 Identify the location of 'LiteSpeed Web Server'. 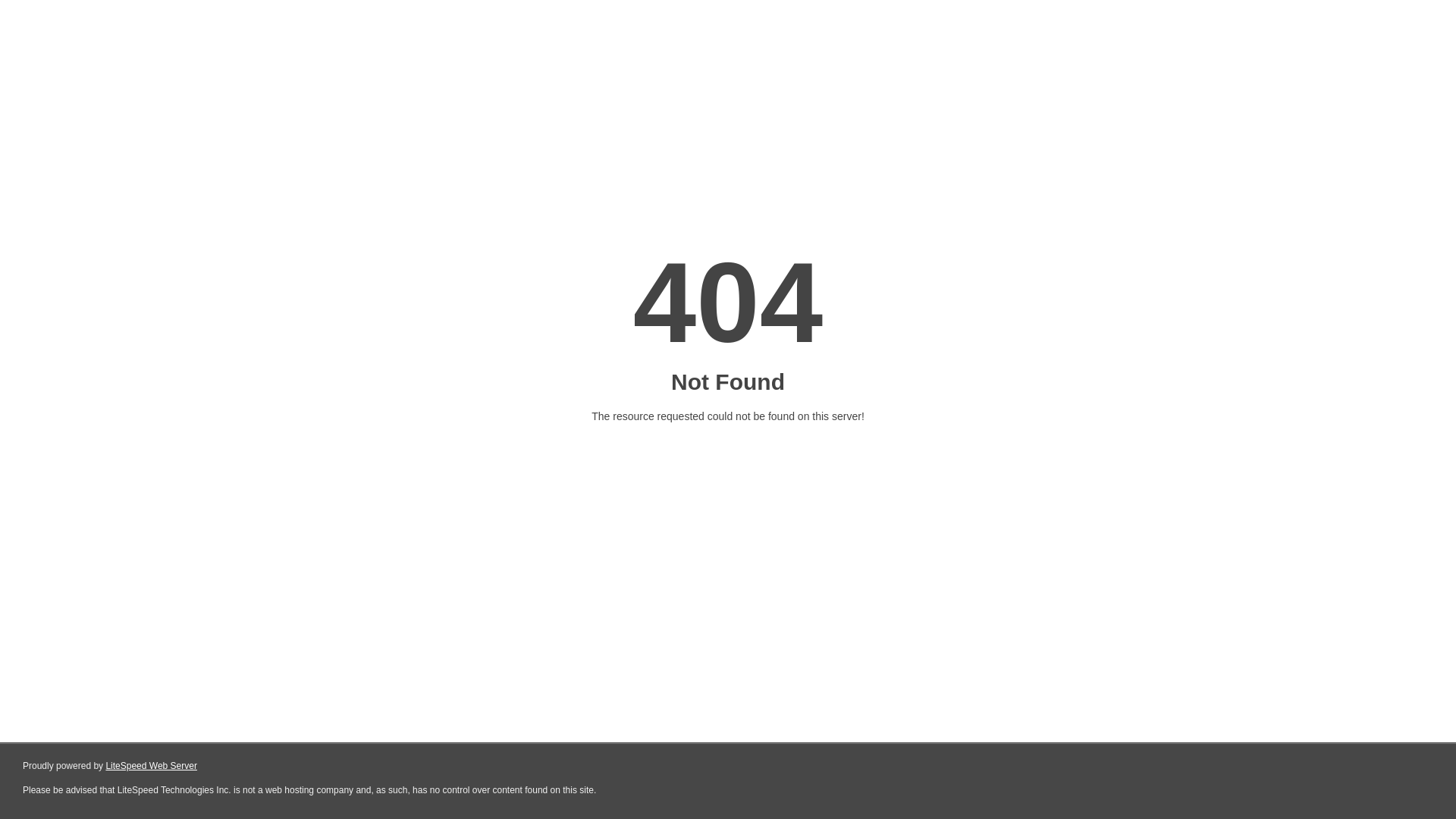
(151, 766).